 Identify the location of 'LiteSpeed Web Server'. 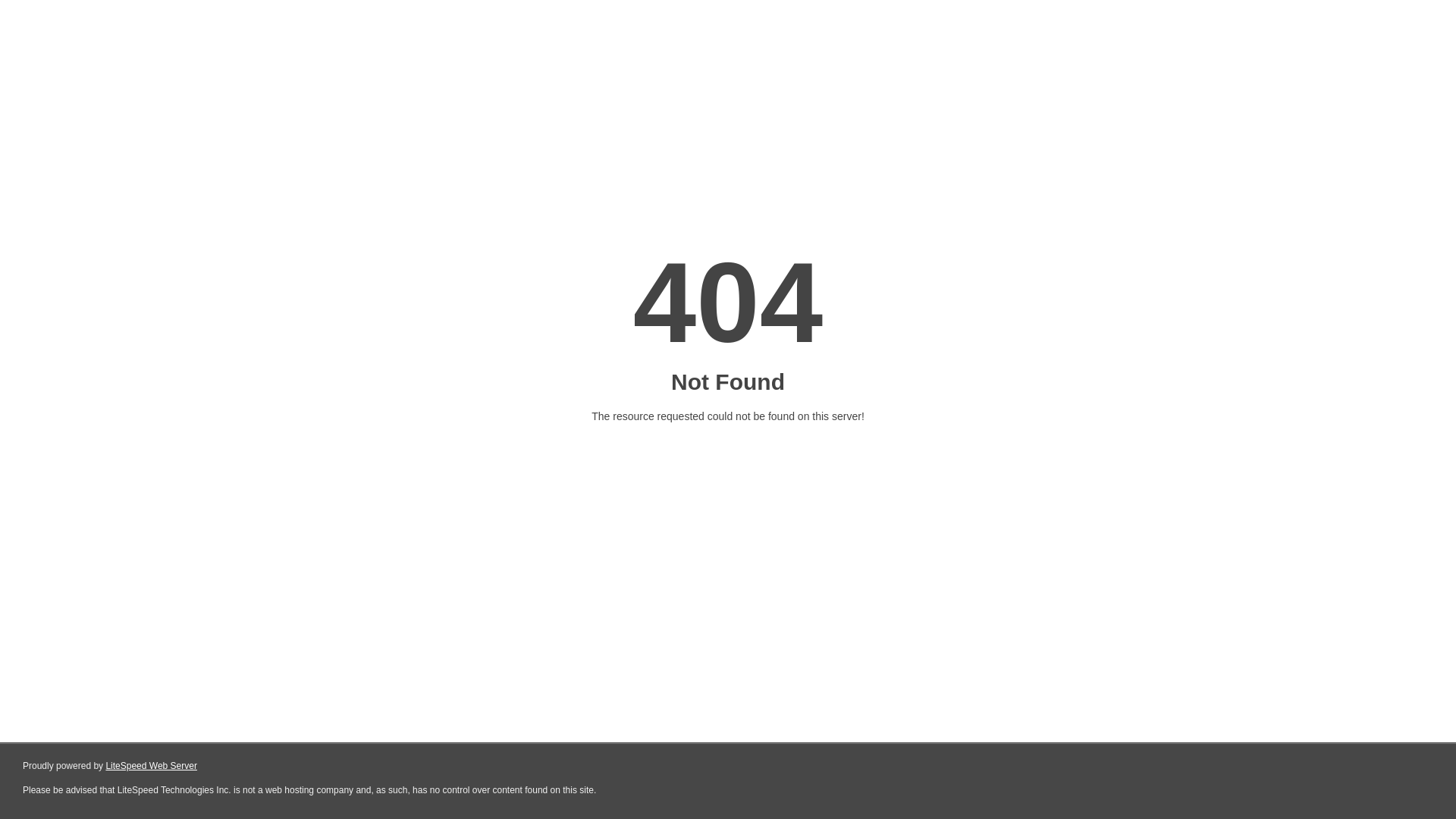
(151, 766).